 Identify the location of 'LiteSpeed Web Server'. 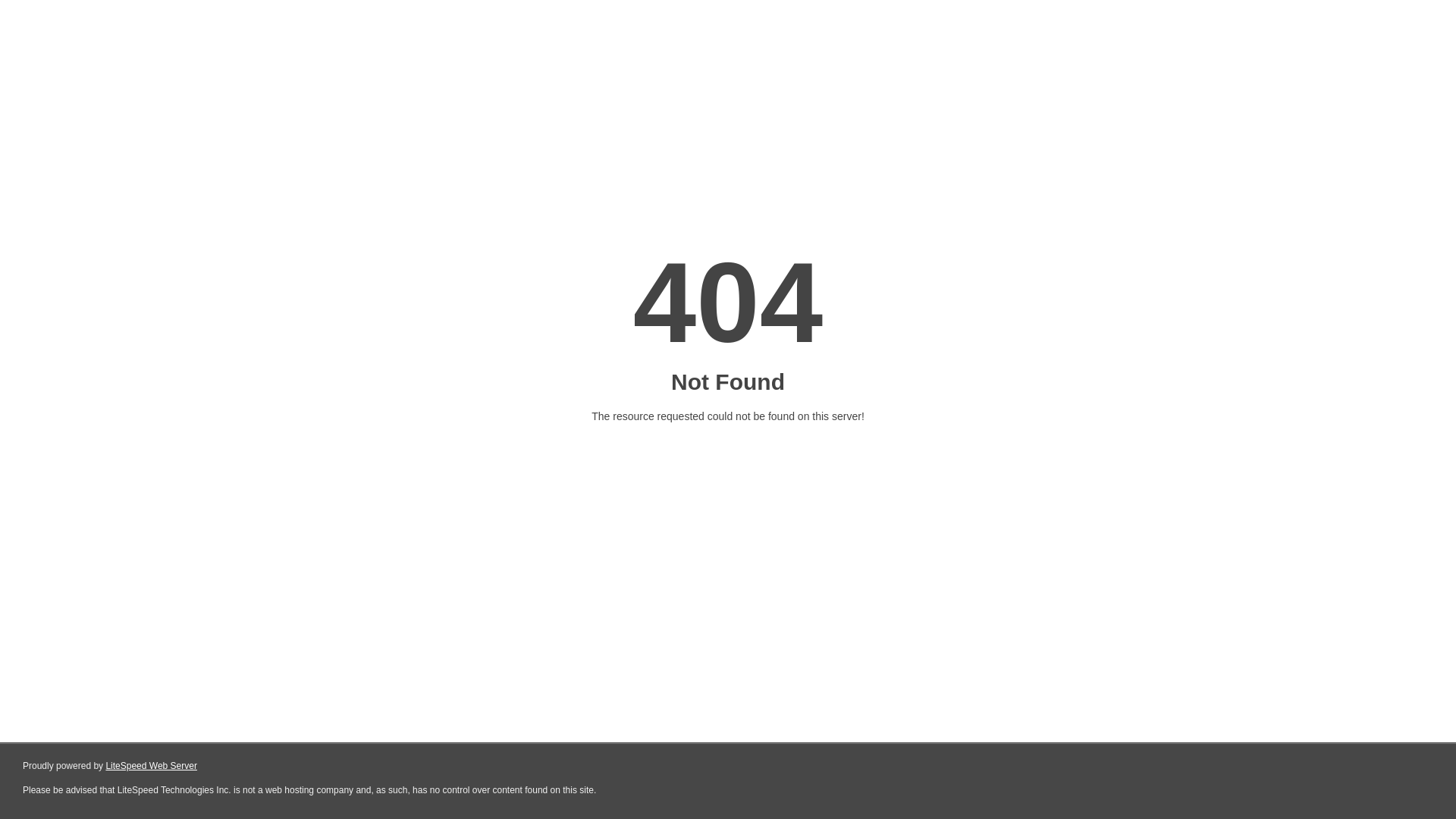
(151, 766).